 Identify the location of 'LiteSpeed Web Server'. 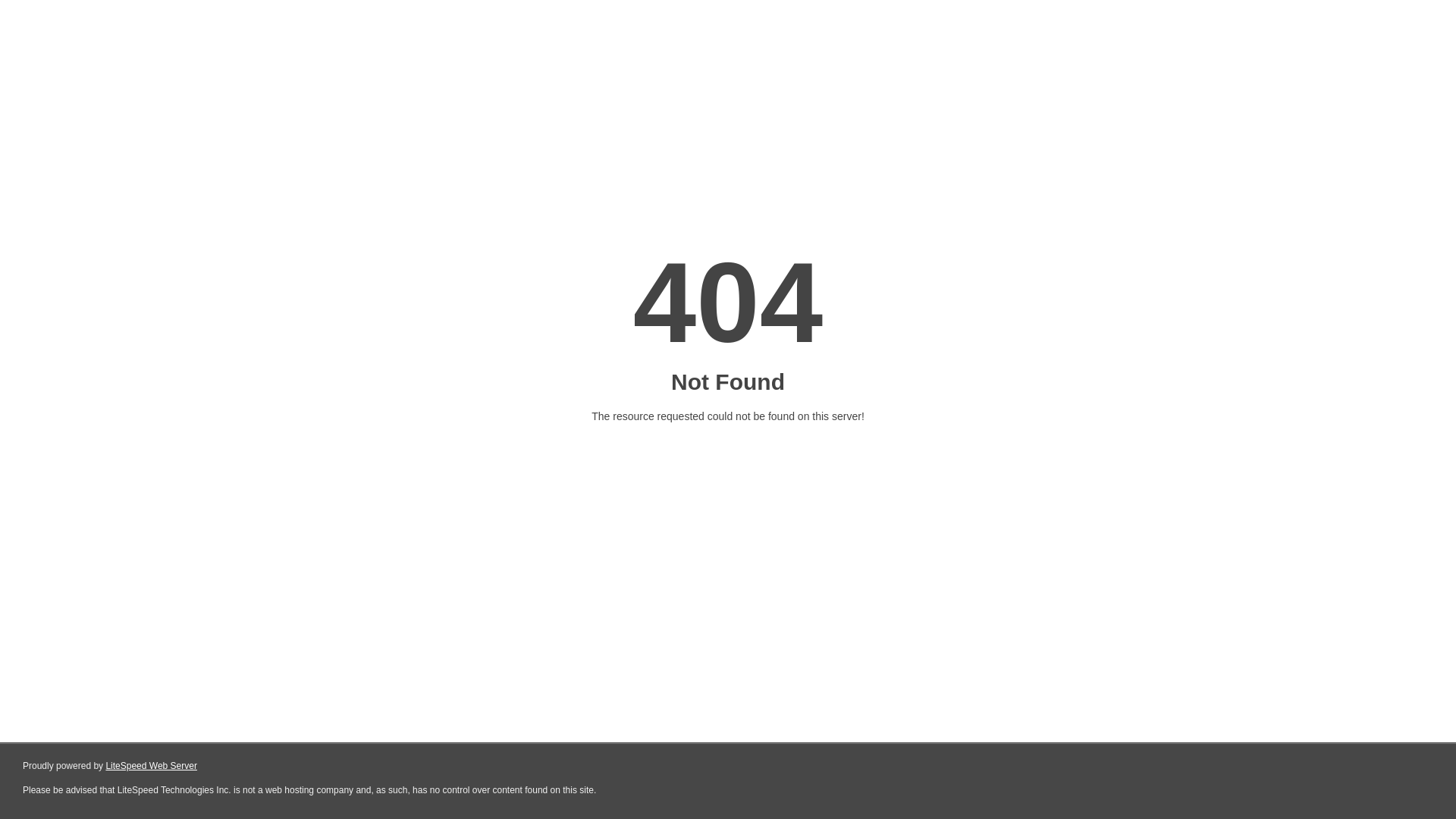
(151, 766).